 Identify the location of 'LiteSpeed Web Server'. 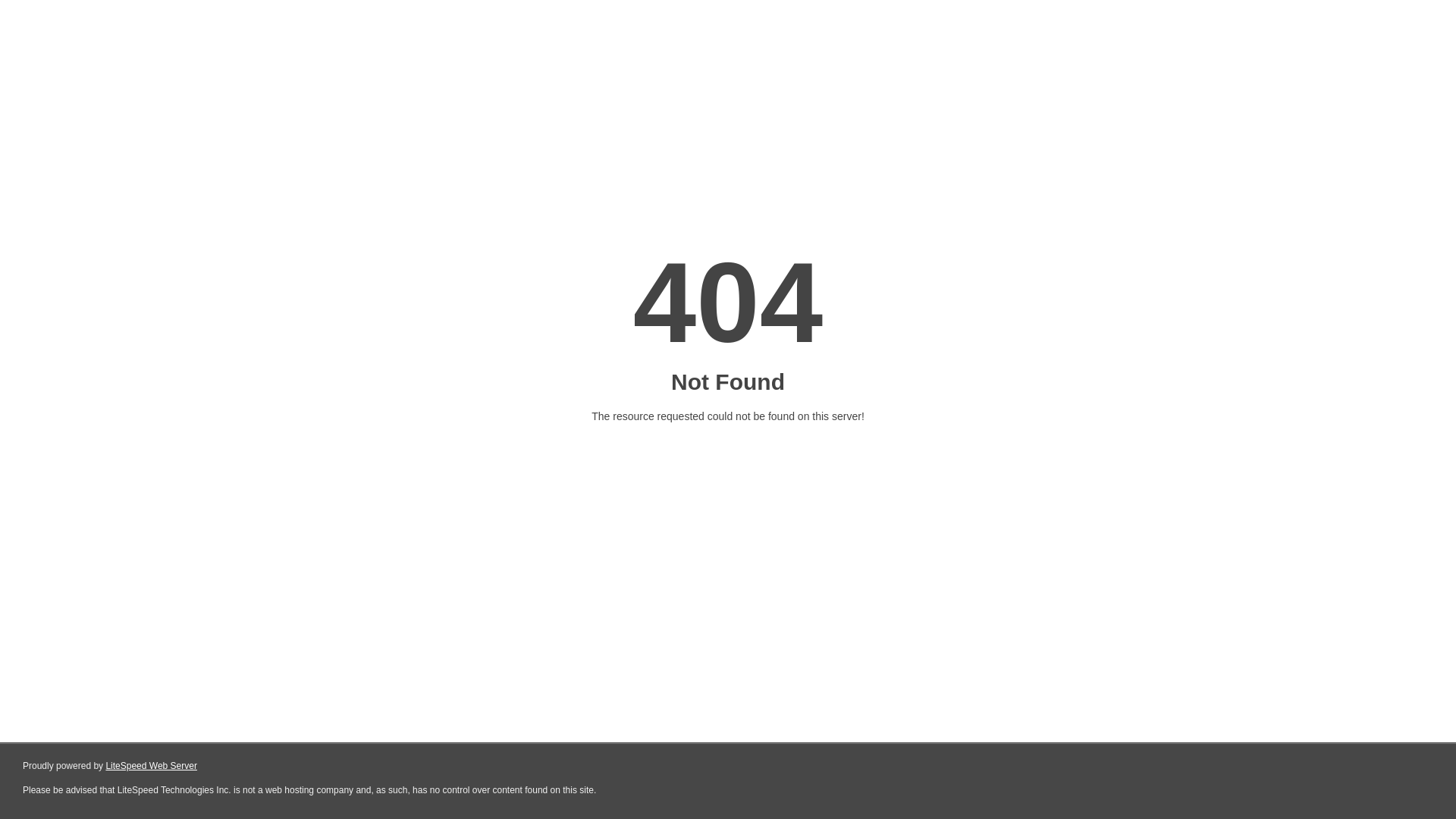
(151, 766).